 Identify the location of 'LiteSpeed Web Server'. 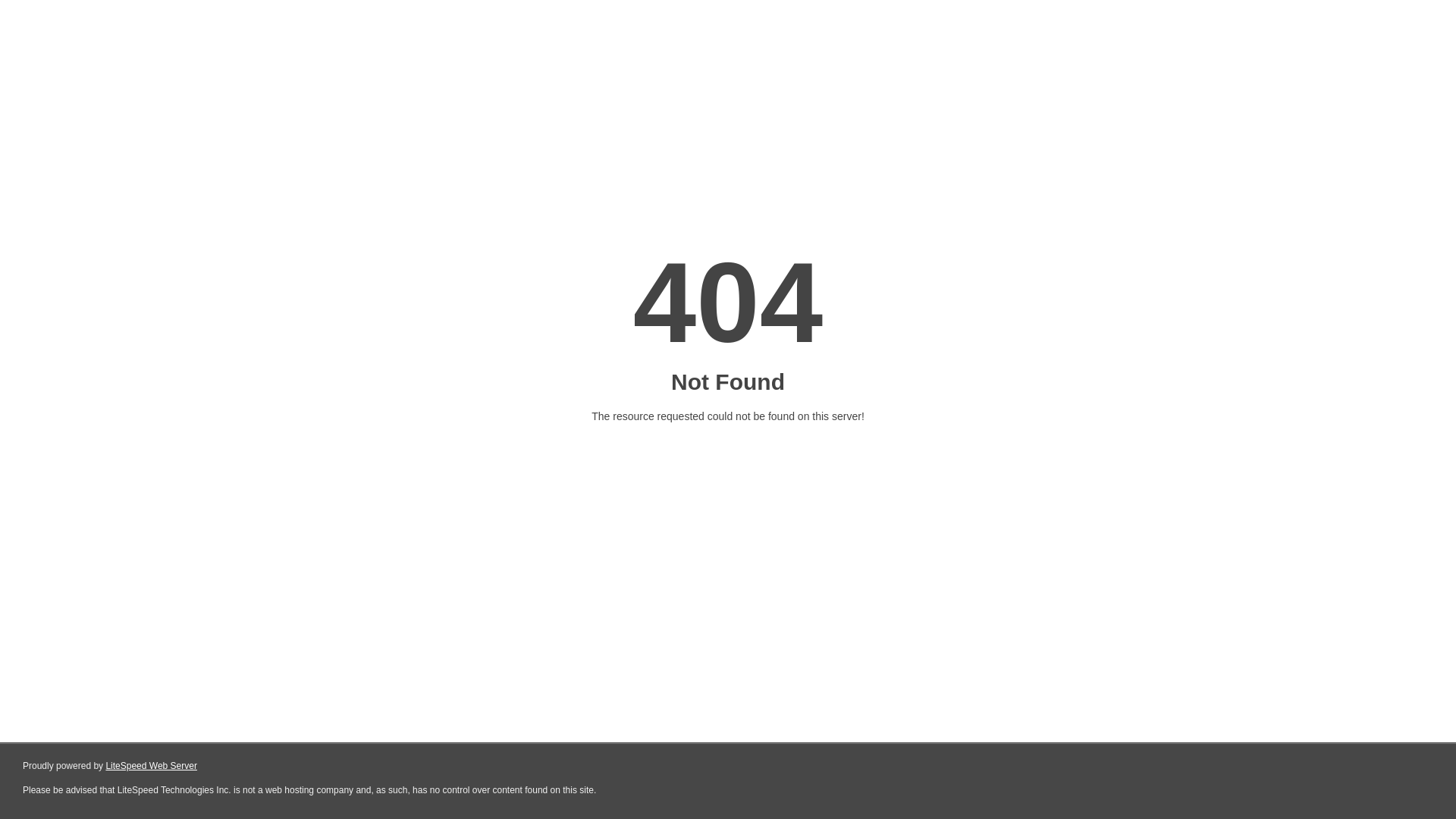
(151, 766).